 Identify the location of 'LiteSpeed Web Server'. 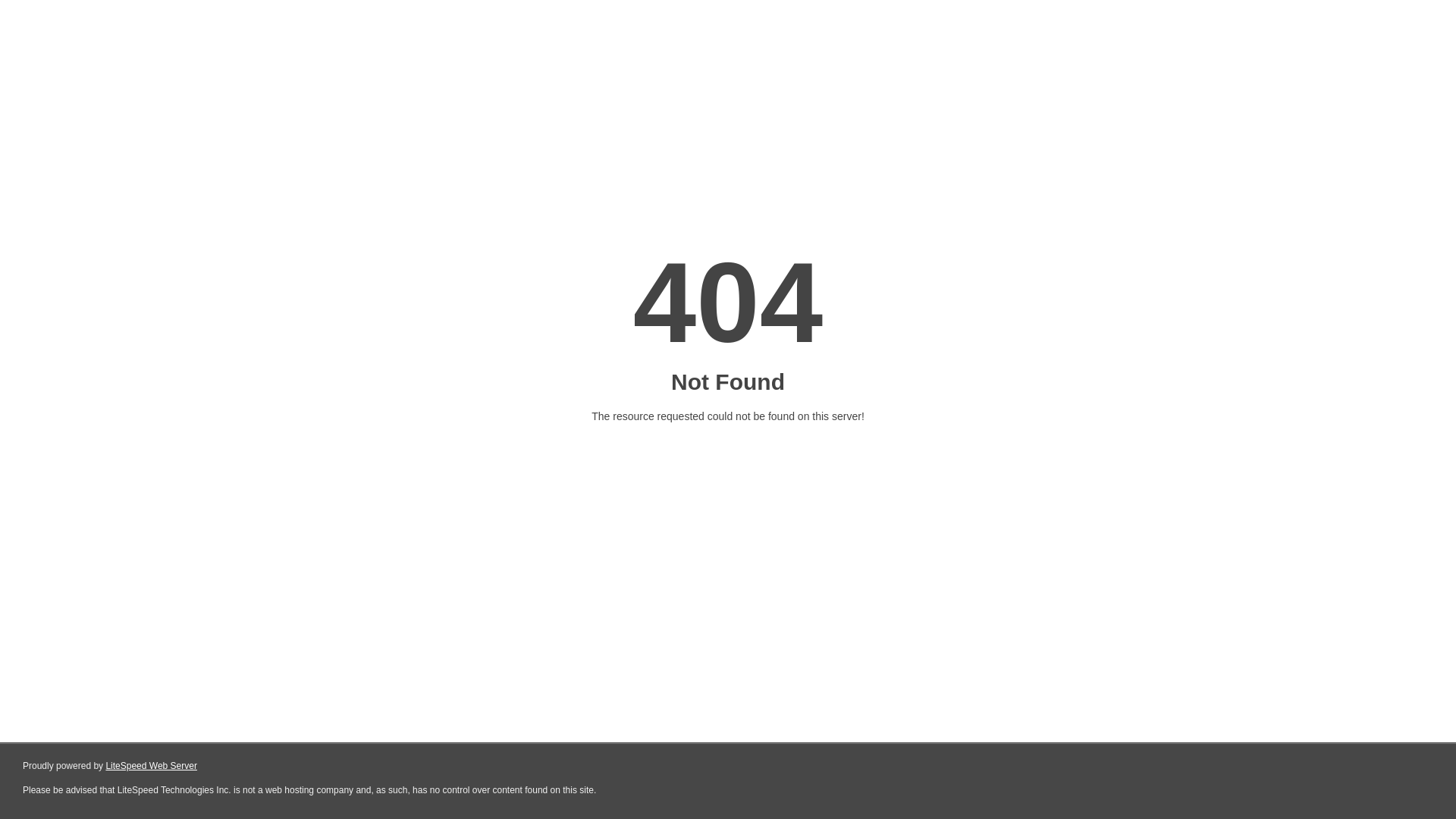
(151, 766).